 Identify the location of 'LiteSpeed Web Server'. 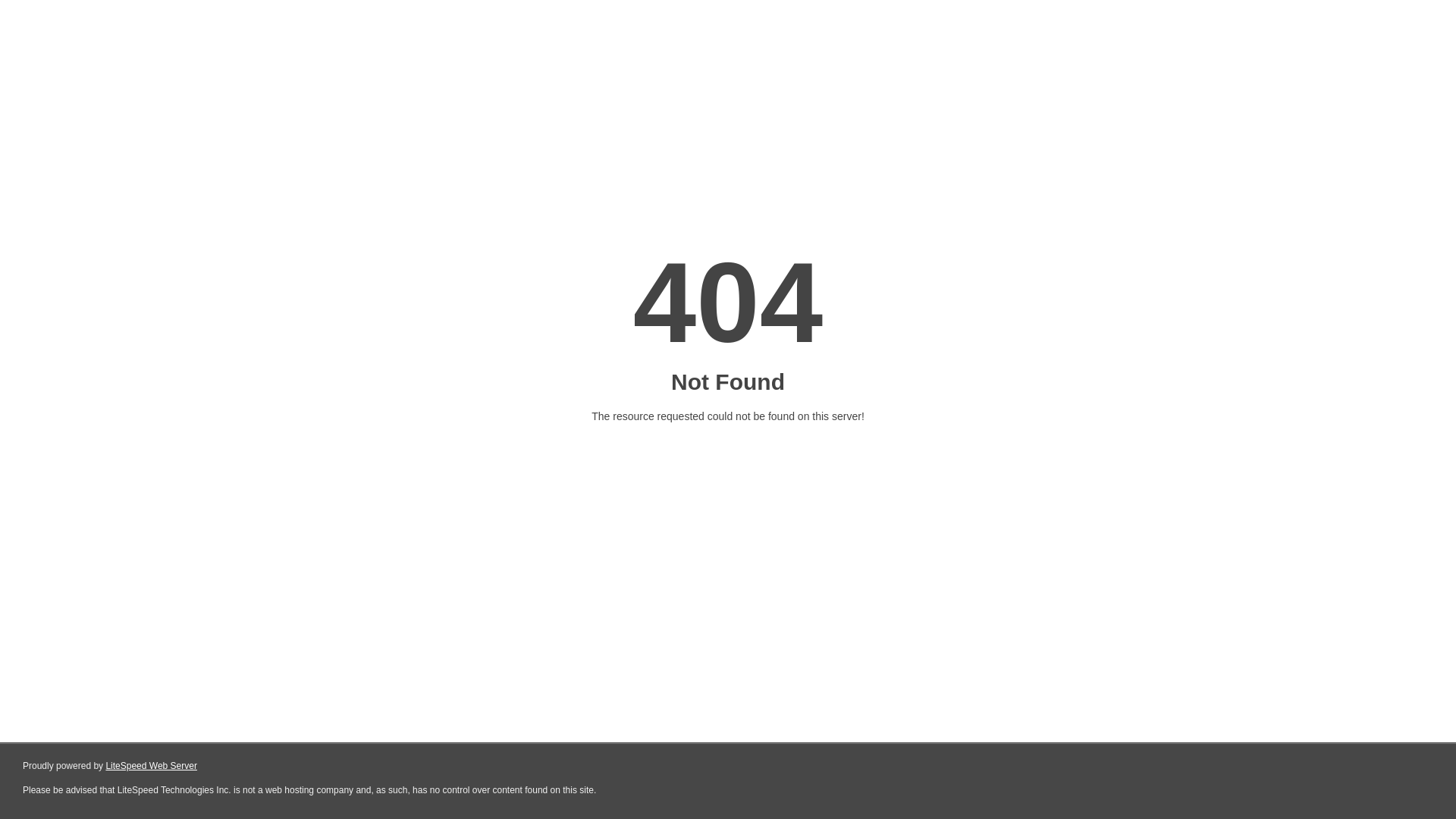
(151, 766).